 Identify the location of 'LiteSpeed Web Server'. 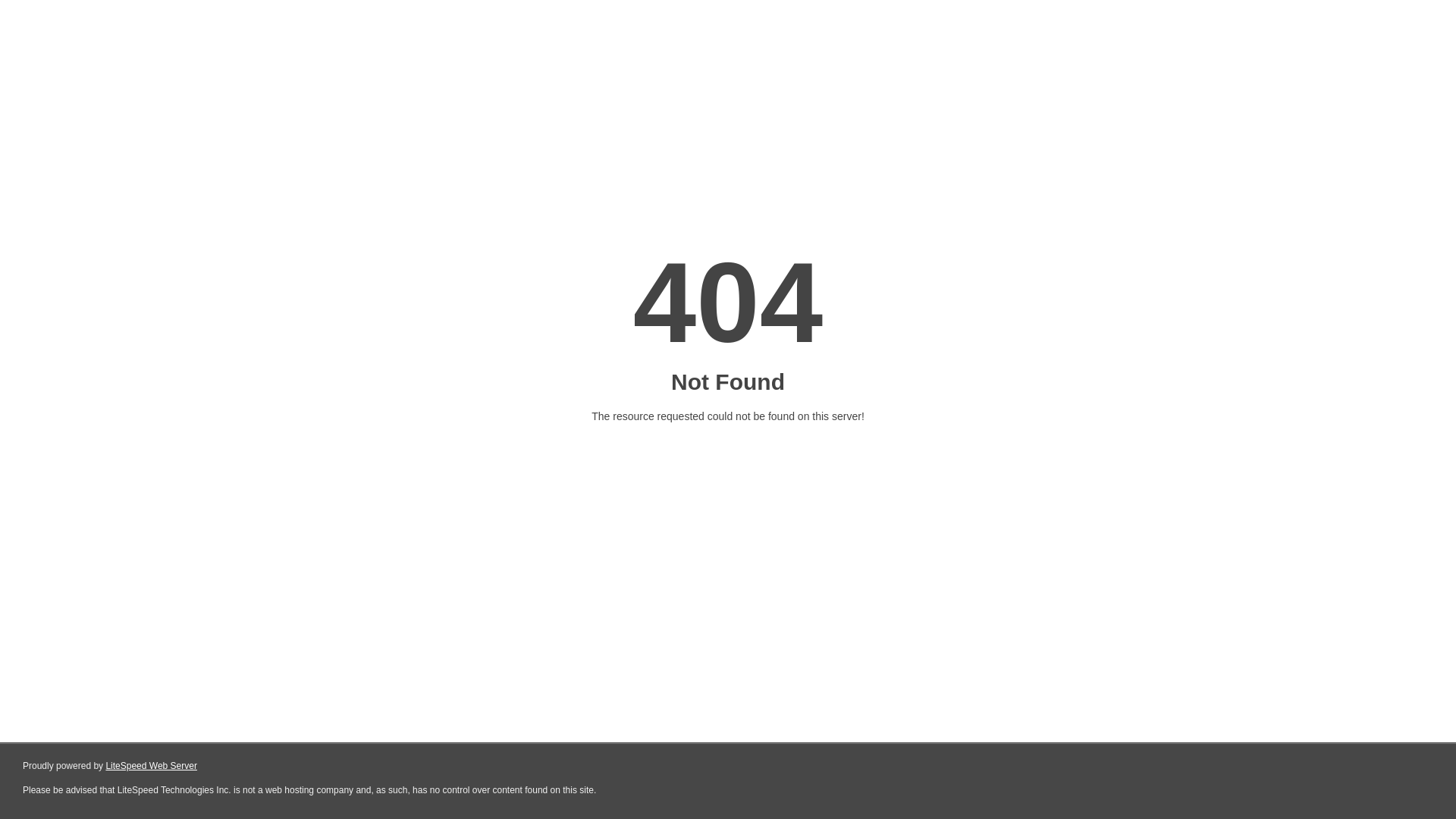
(151, 766).